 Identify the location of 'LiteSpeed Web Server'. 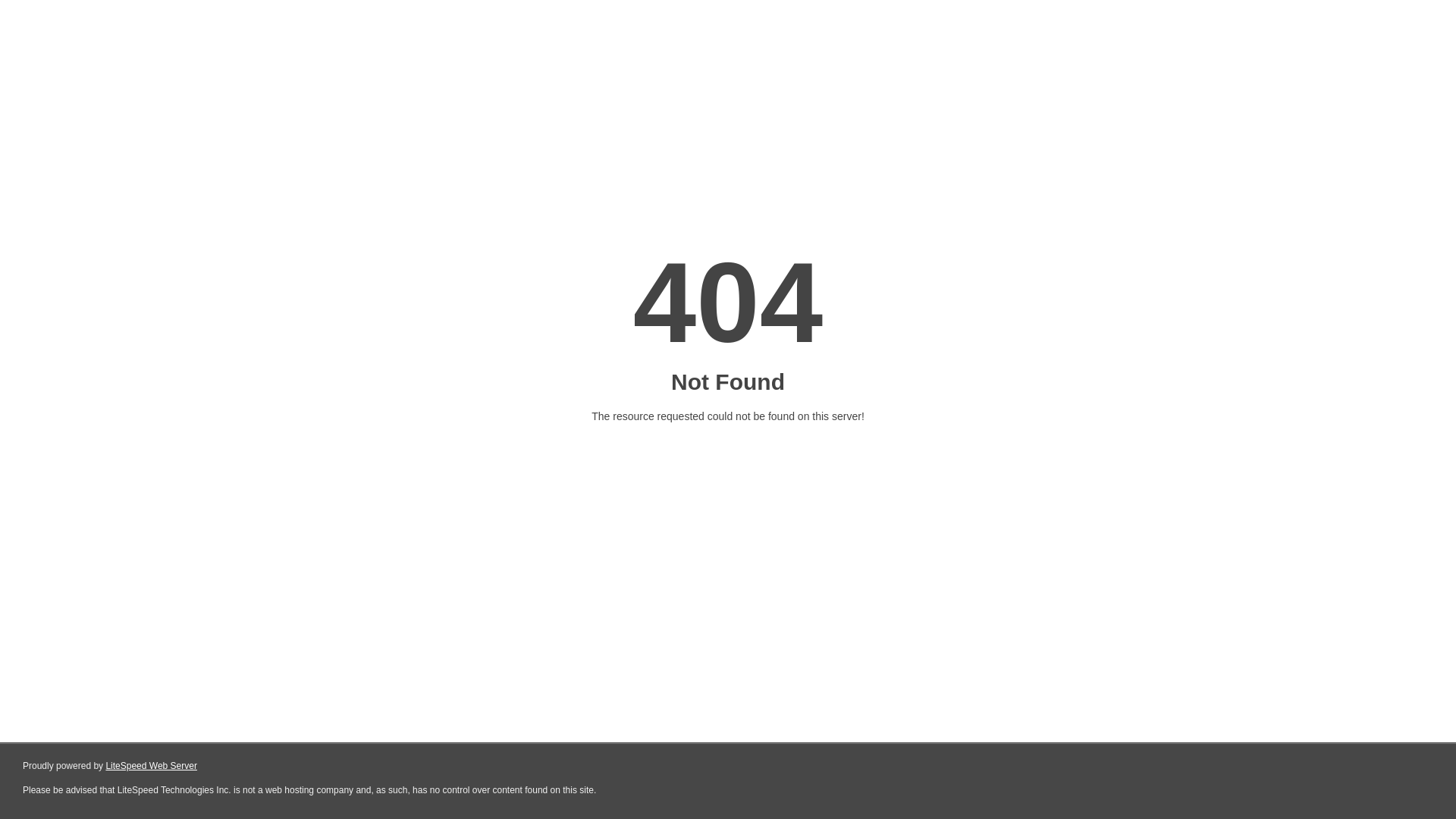
(151, 766).